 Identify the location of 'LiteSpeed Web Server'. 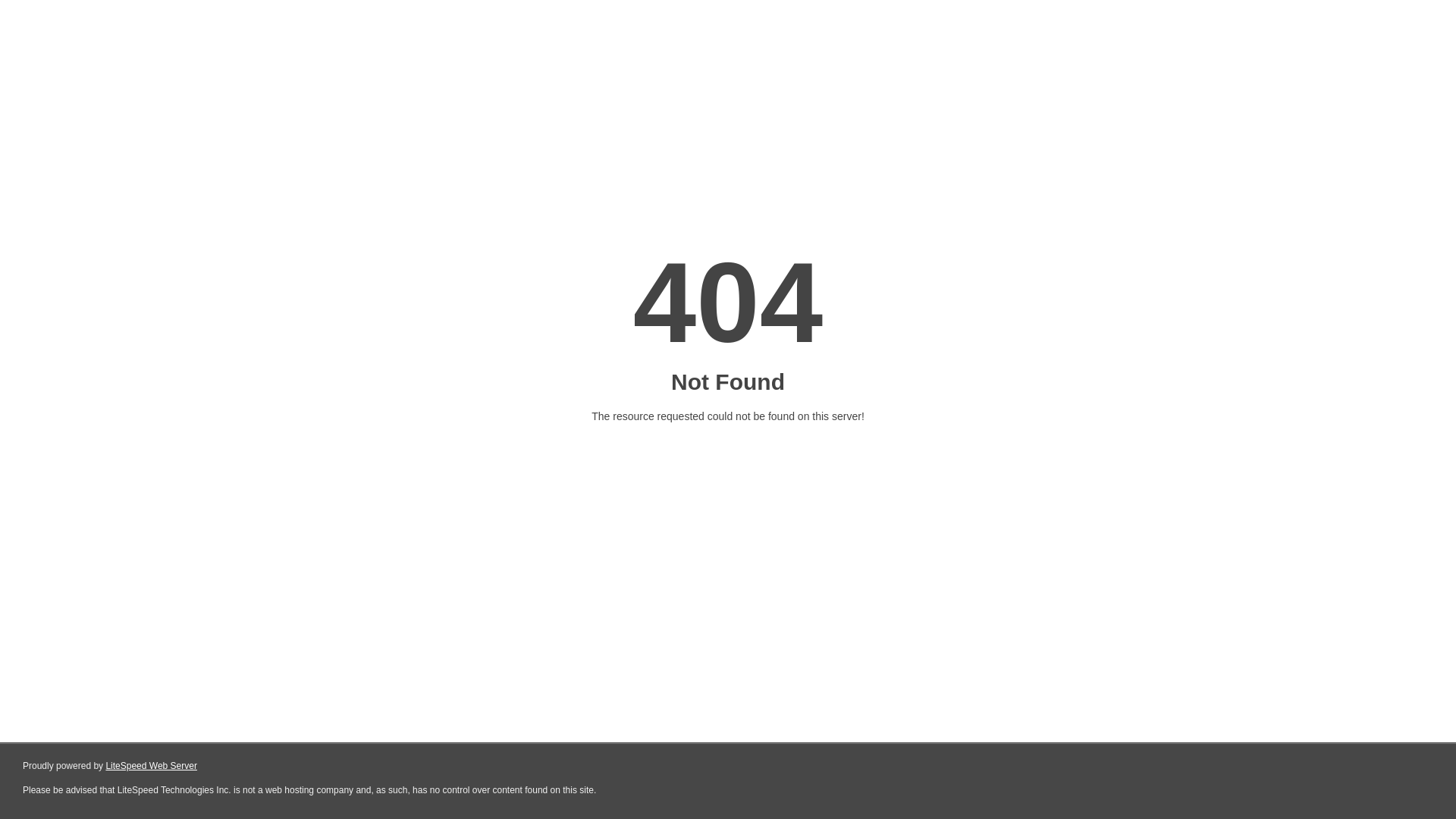
(151, 766).